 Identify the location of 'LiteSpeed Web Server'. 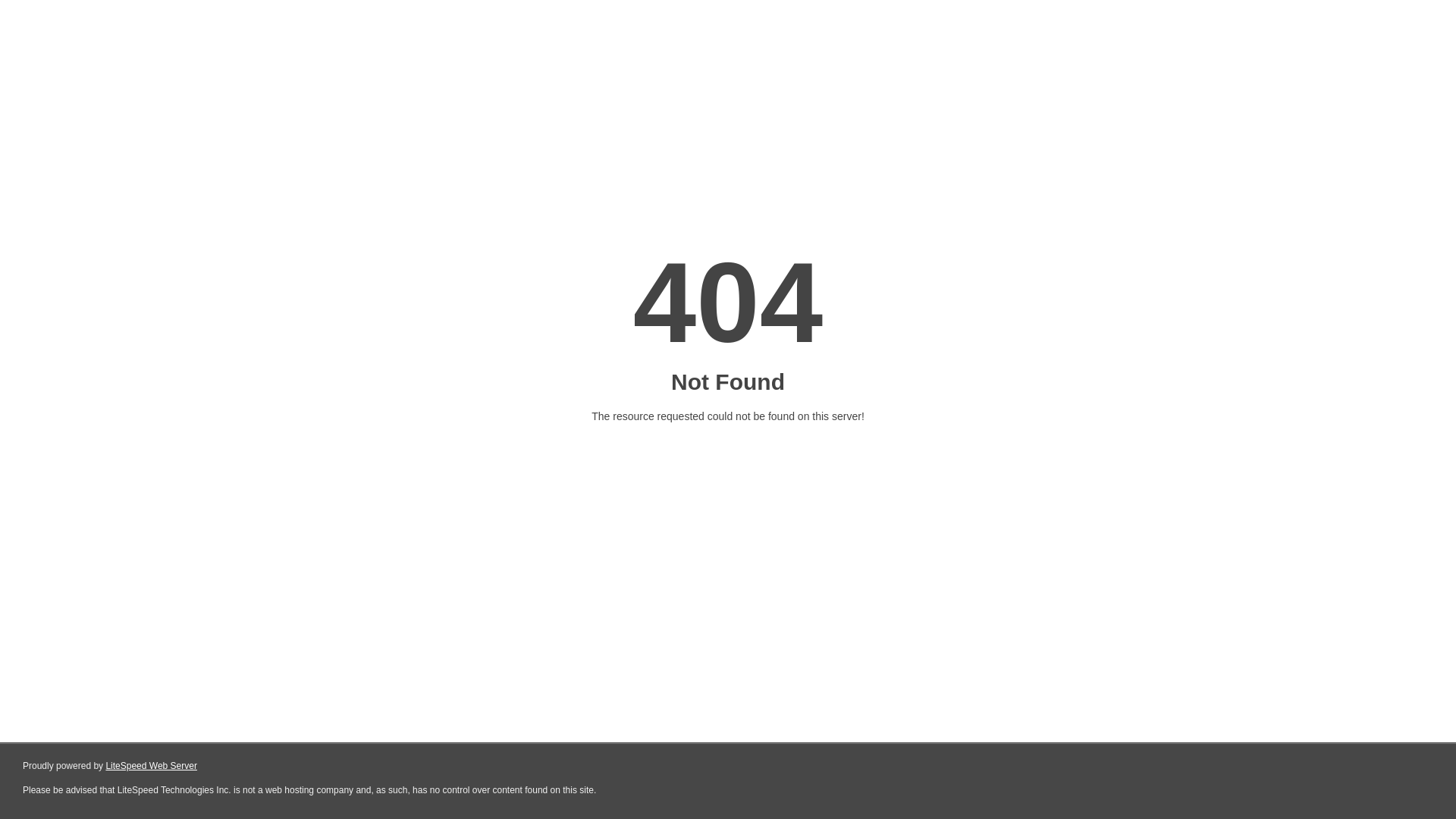
(151, 766).